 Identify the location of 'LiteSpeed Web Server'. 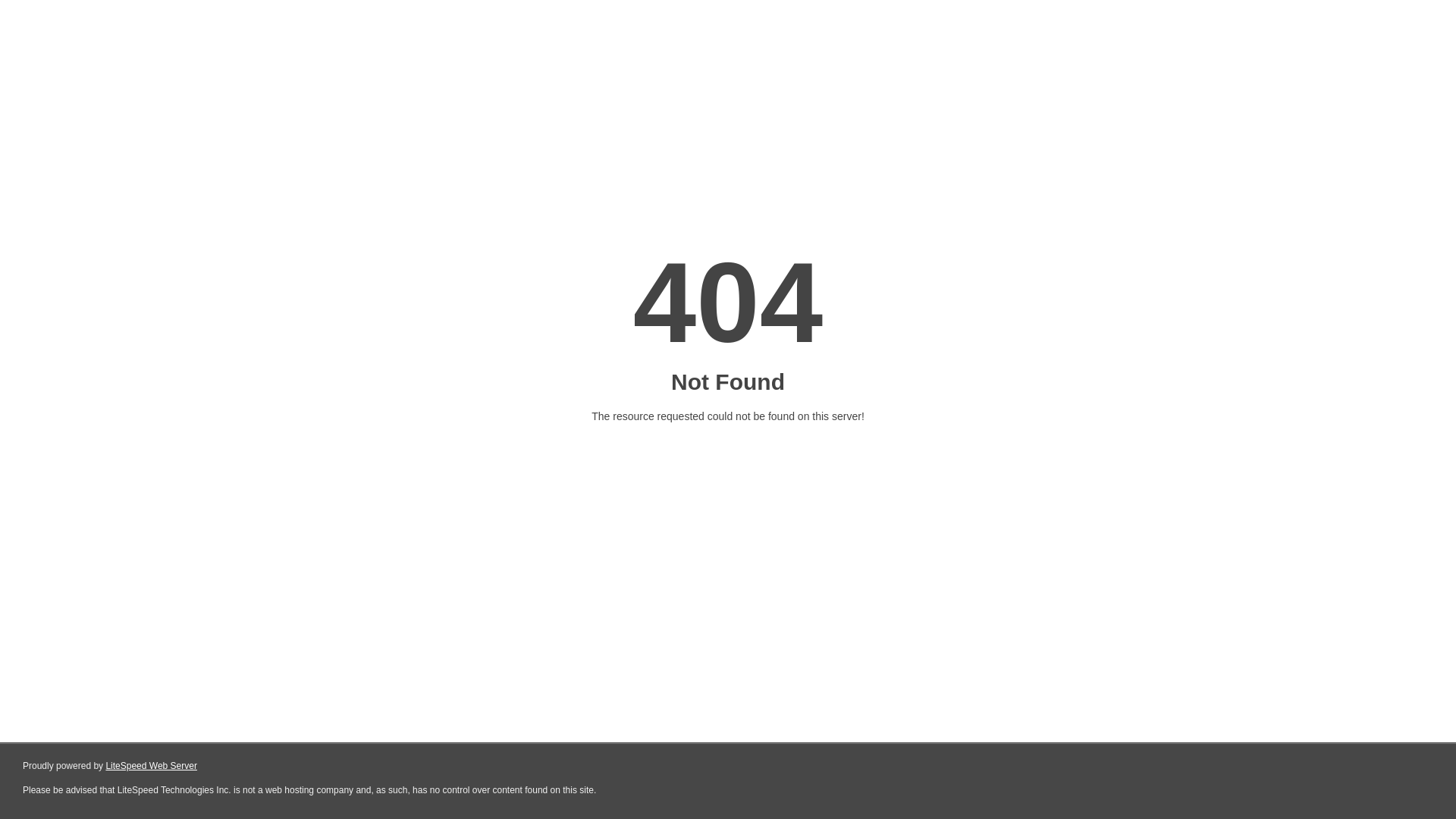
(151, 766).